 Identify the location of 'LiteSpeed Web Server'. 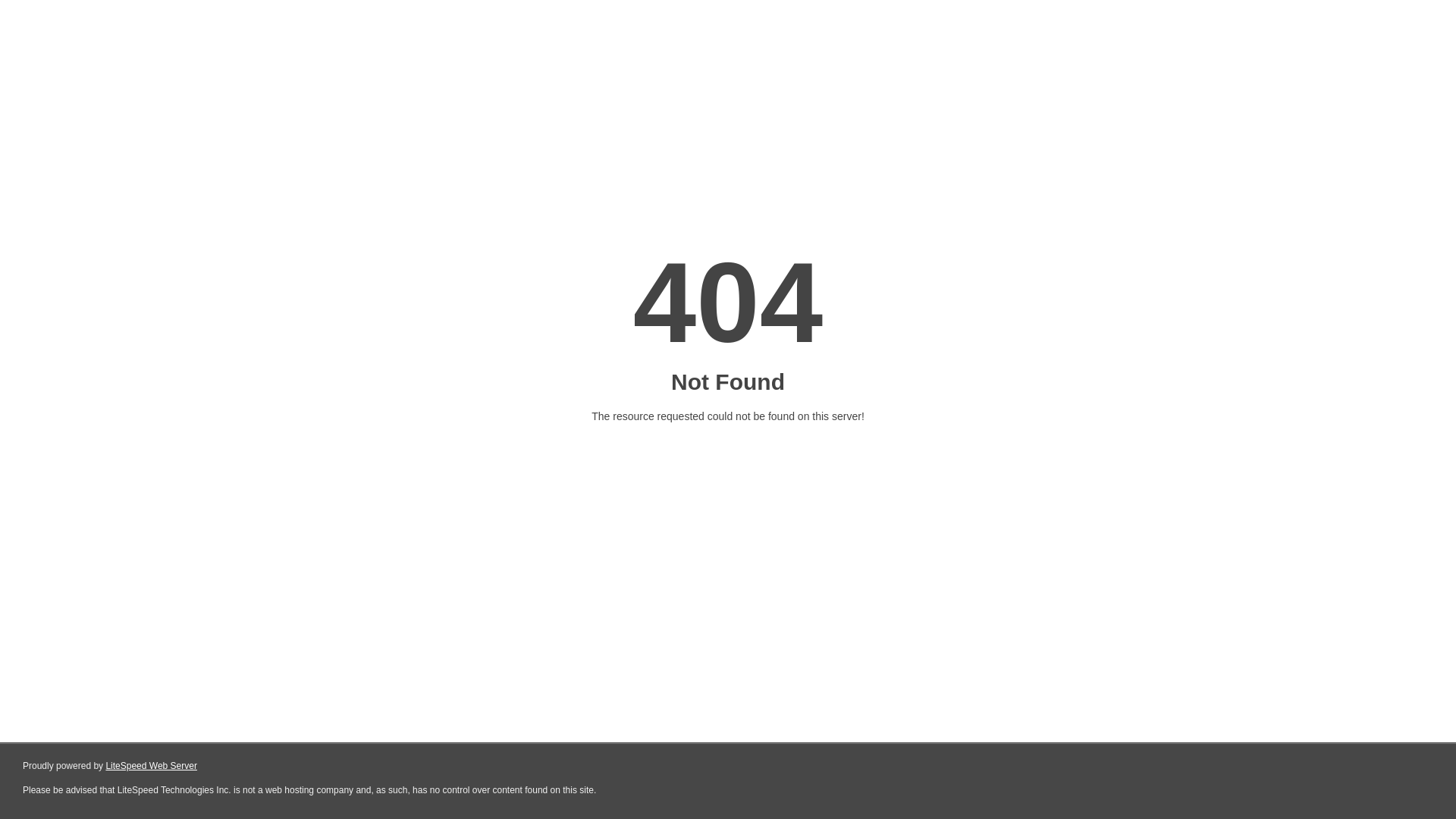
(151, 766).